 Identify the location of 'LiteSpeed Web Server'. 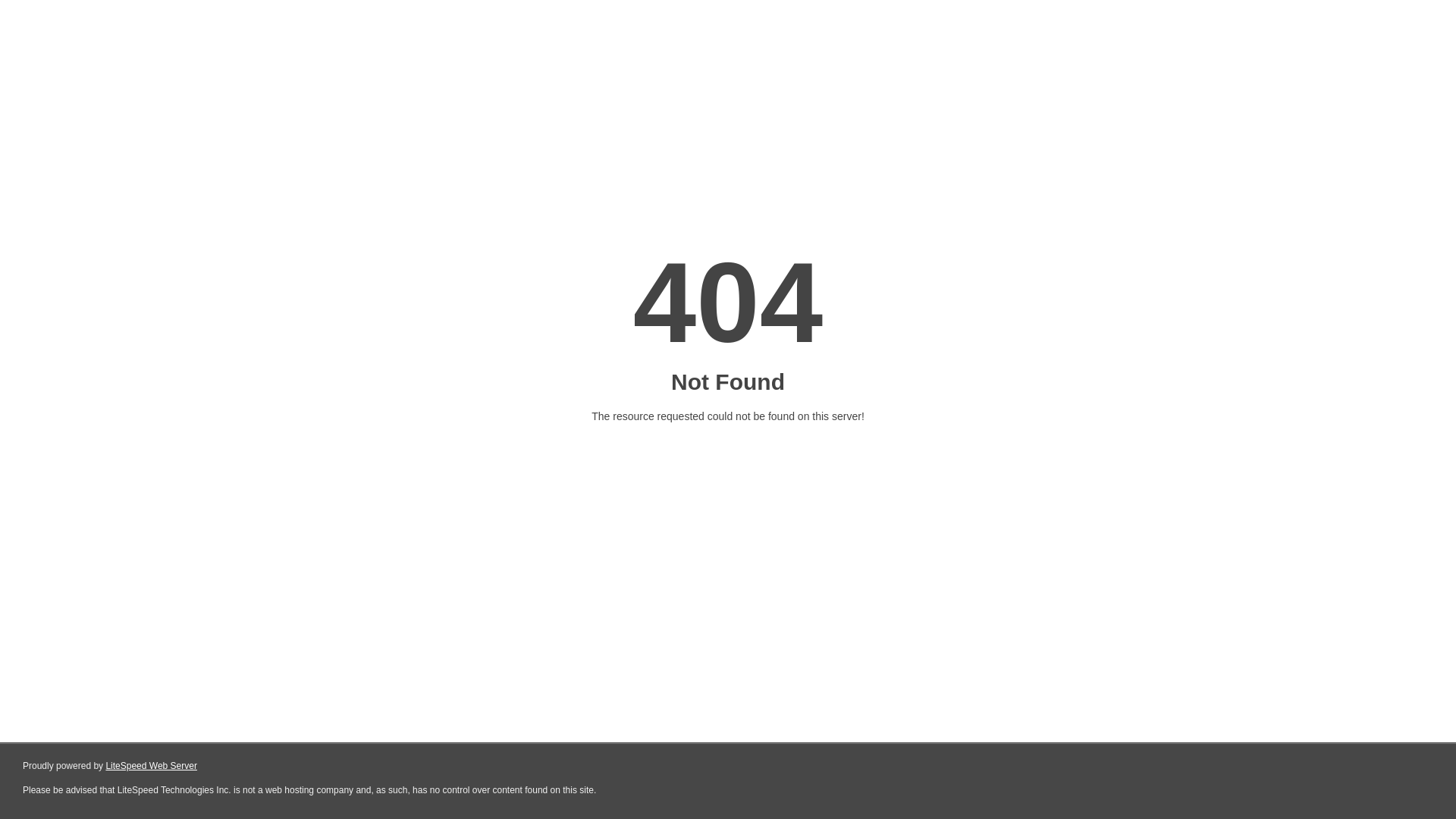
(151, 766).